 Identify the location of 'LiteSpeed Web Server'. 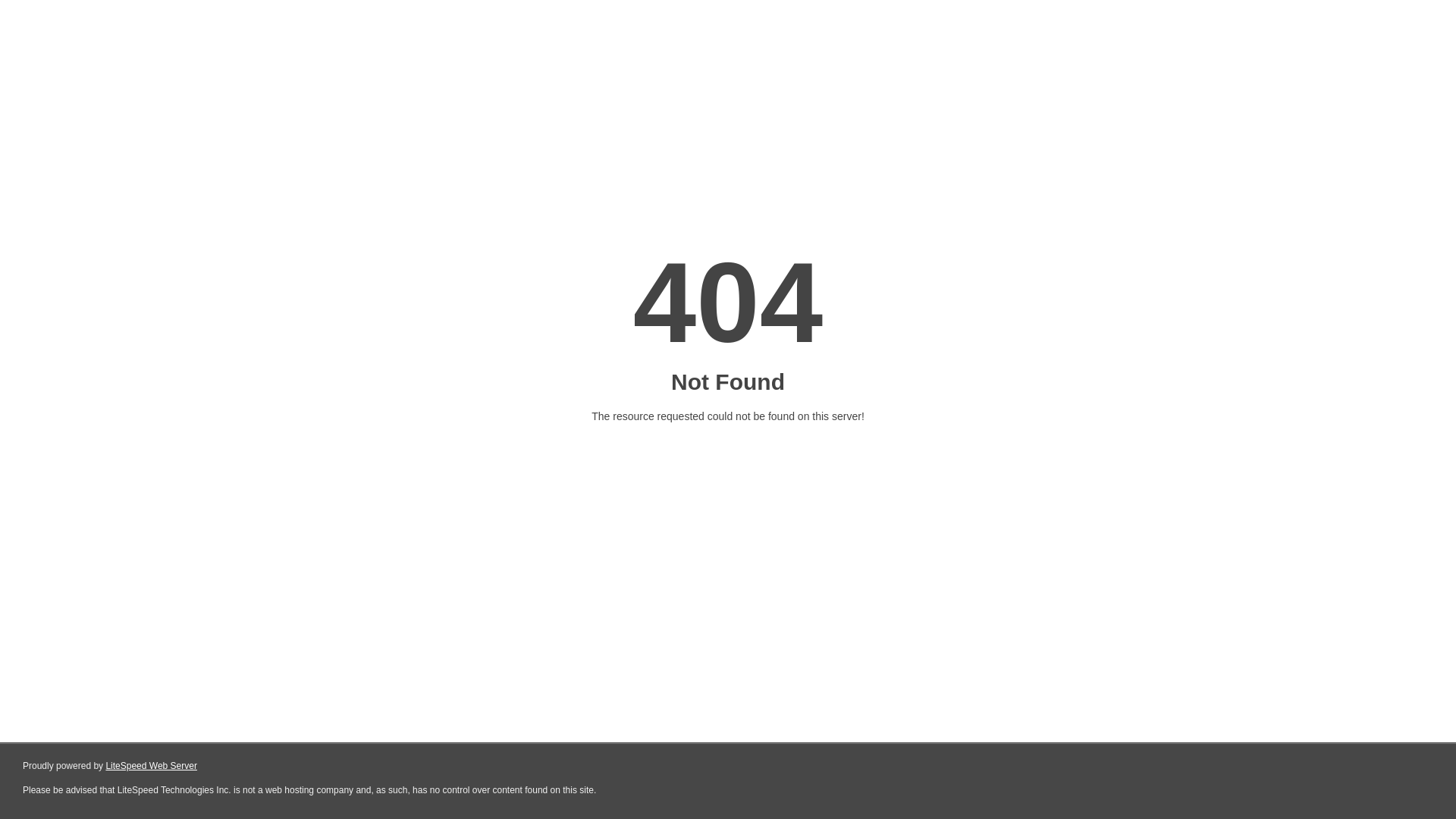
(151, 766).